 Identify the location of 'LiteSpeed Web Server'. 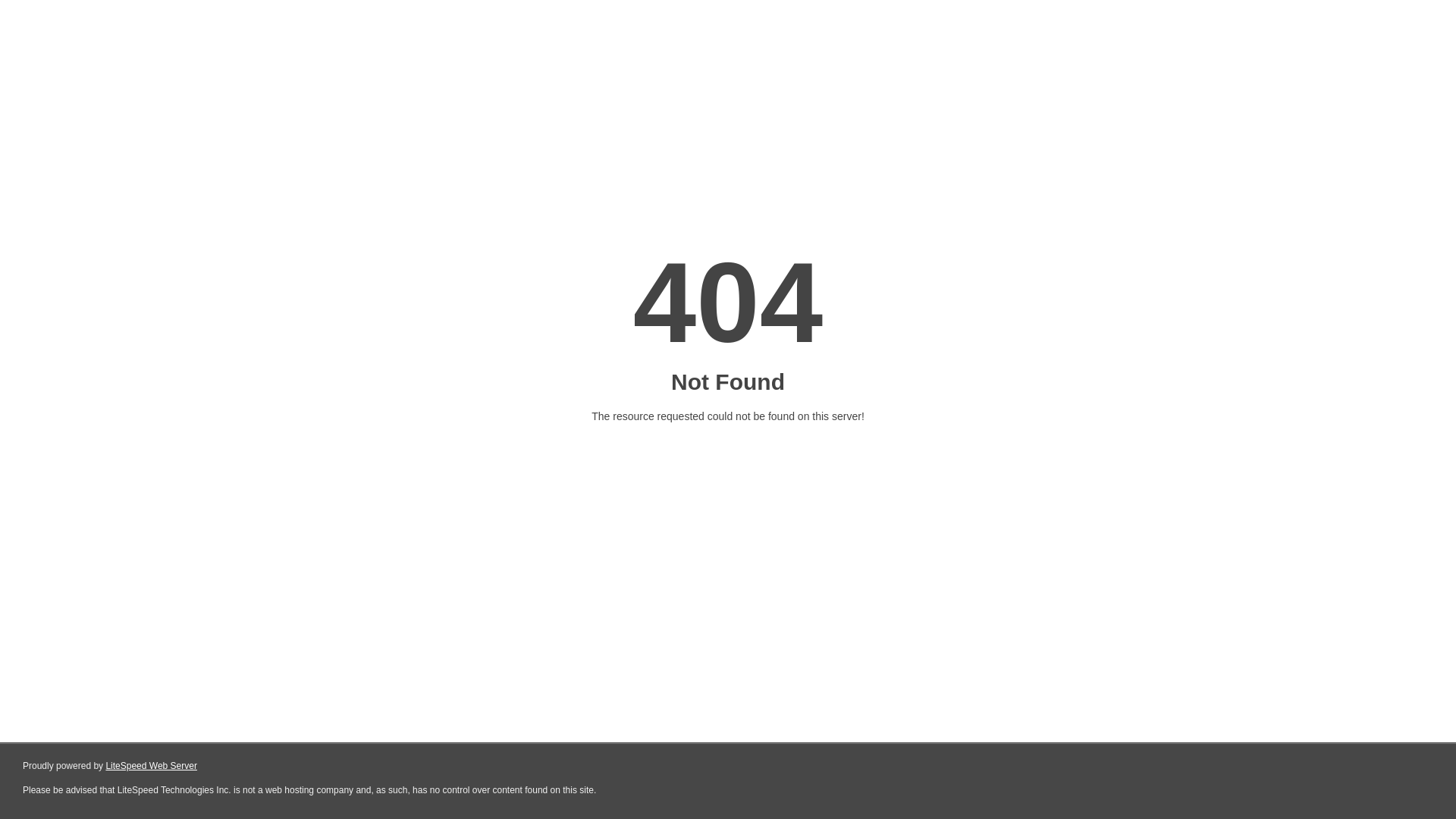
(151, 766).